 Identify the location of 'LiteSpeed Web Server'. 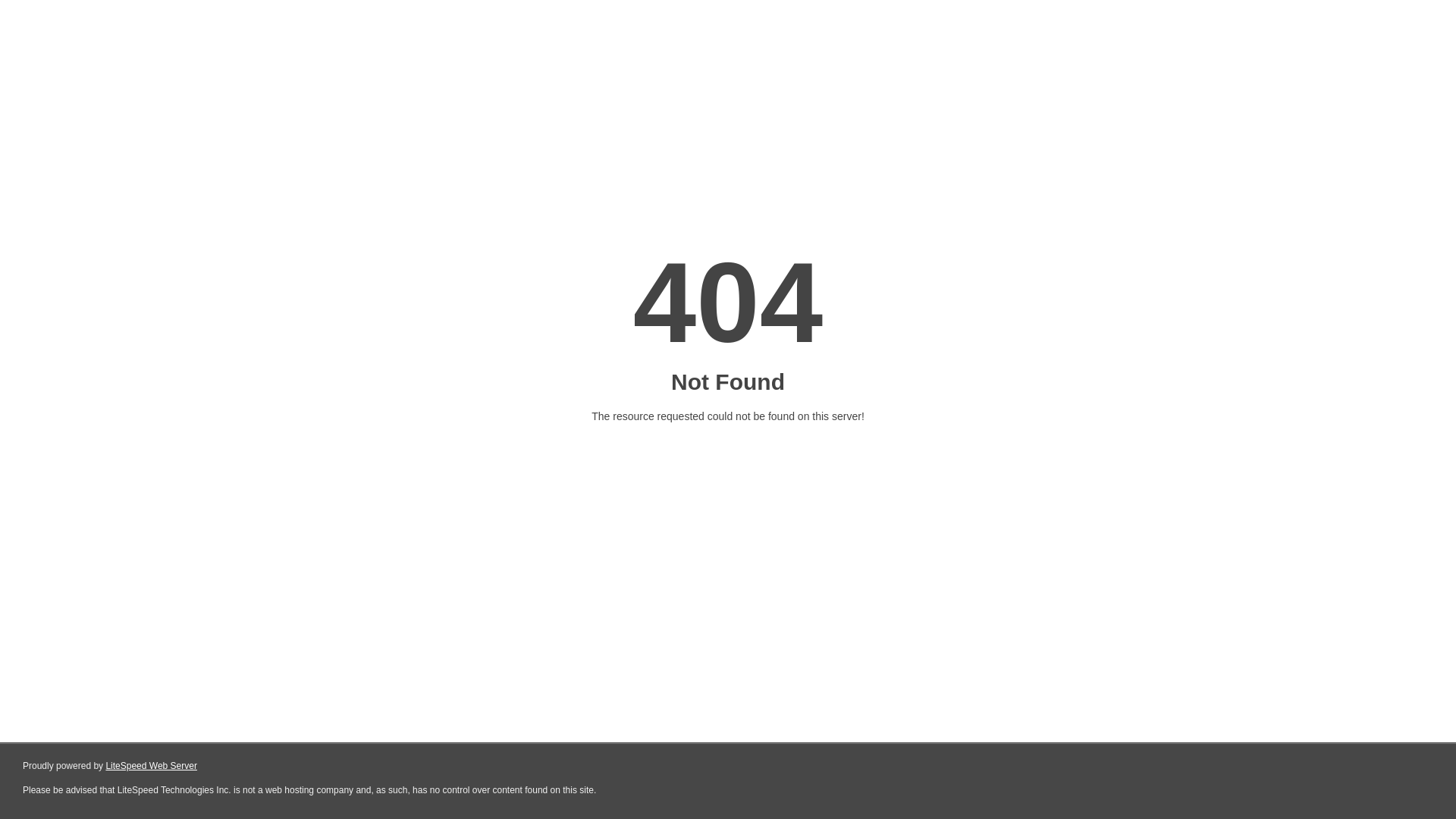
(151, 766).